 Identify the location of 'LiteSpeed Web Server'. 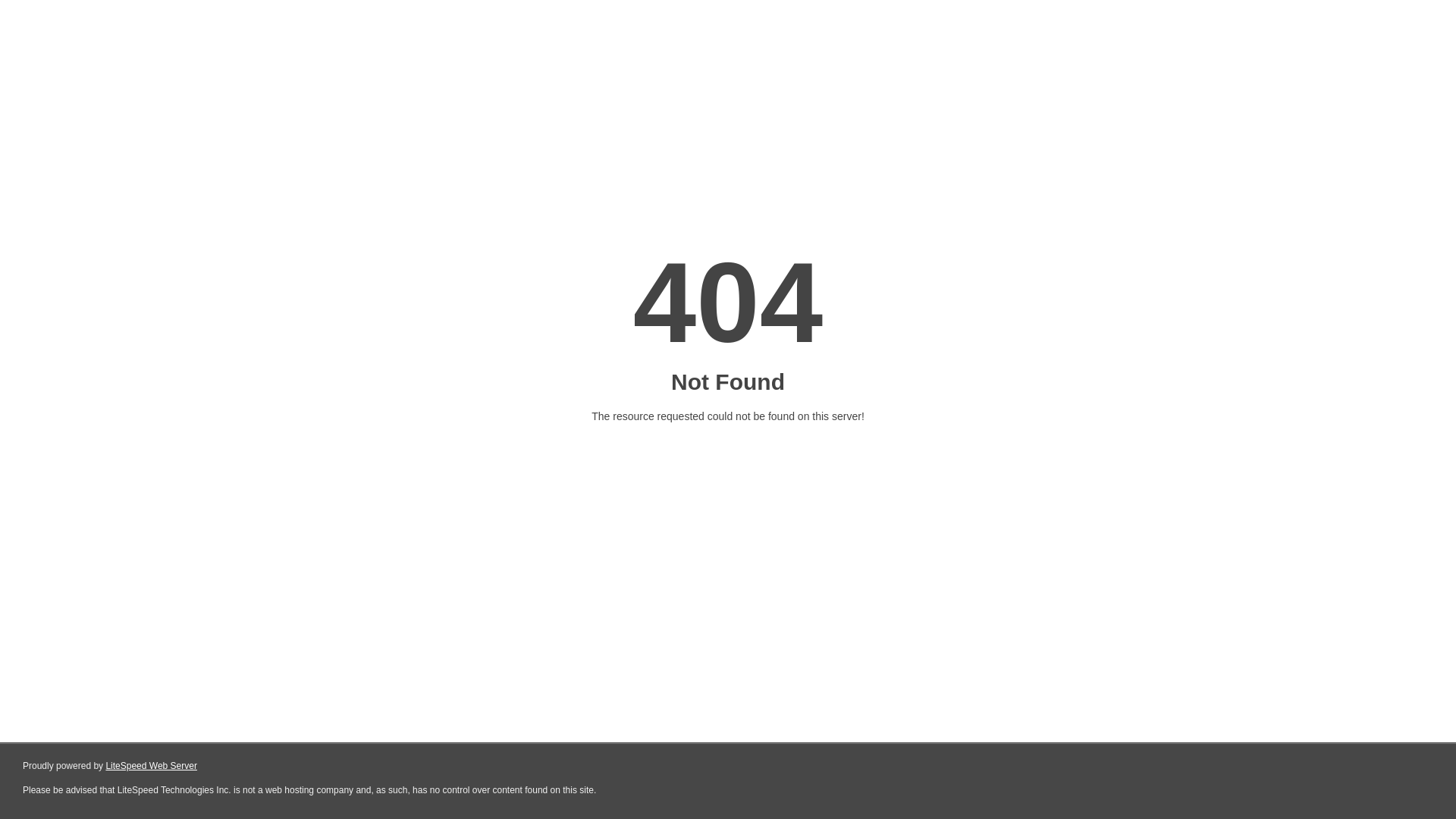
(151, 766).